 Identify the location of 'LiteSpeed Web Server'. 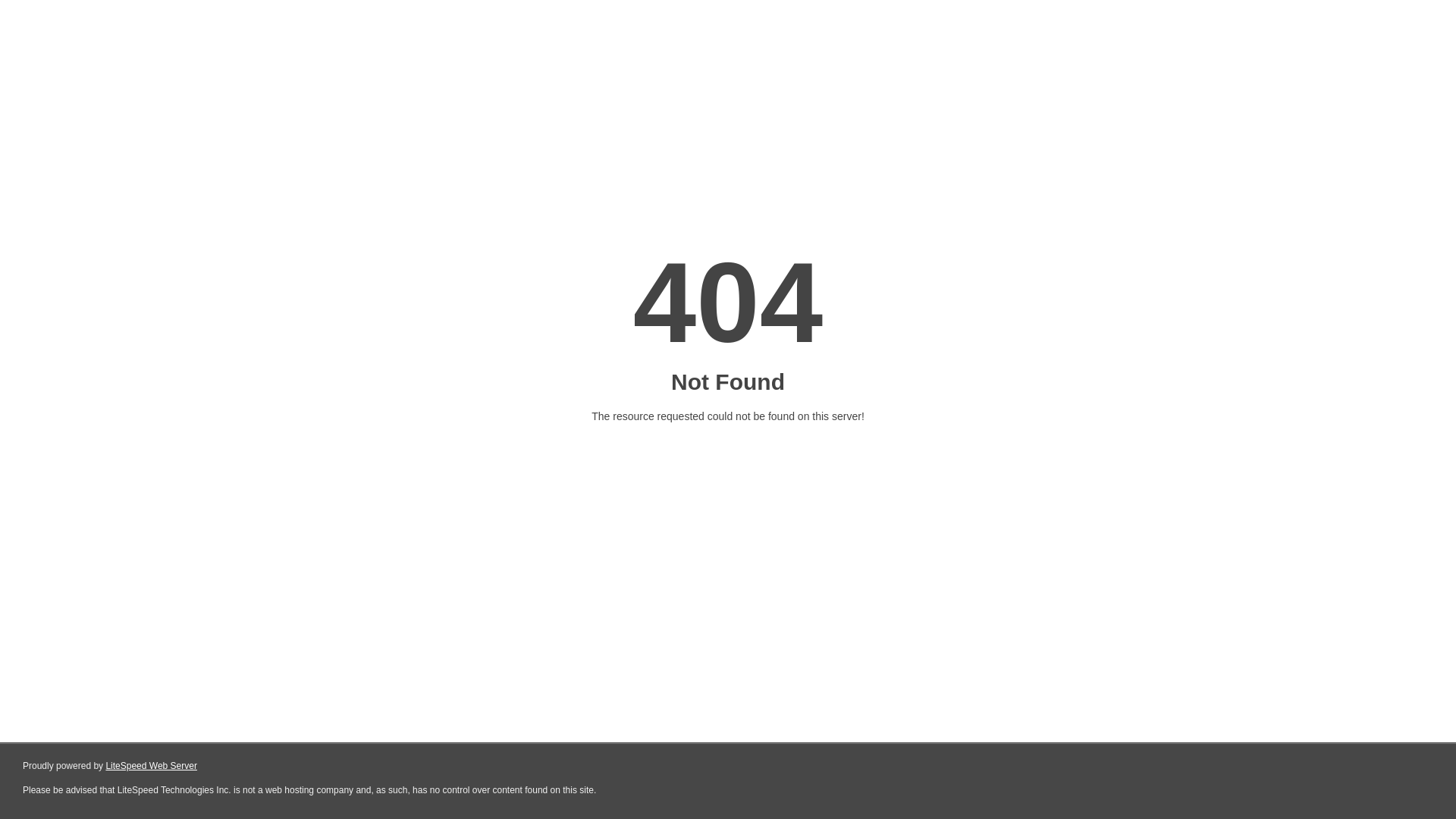
(151, 766).